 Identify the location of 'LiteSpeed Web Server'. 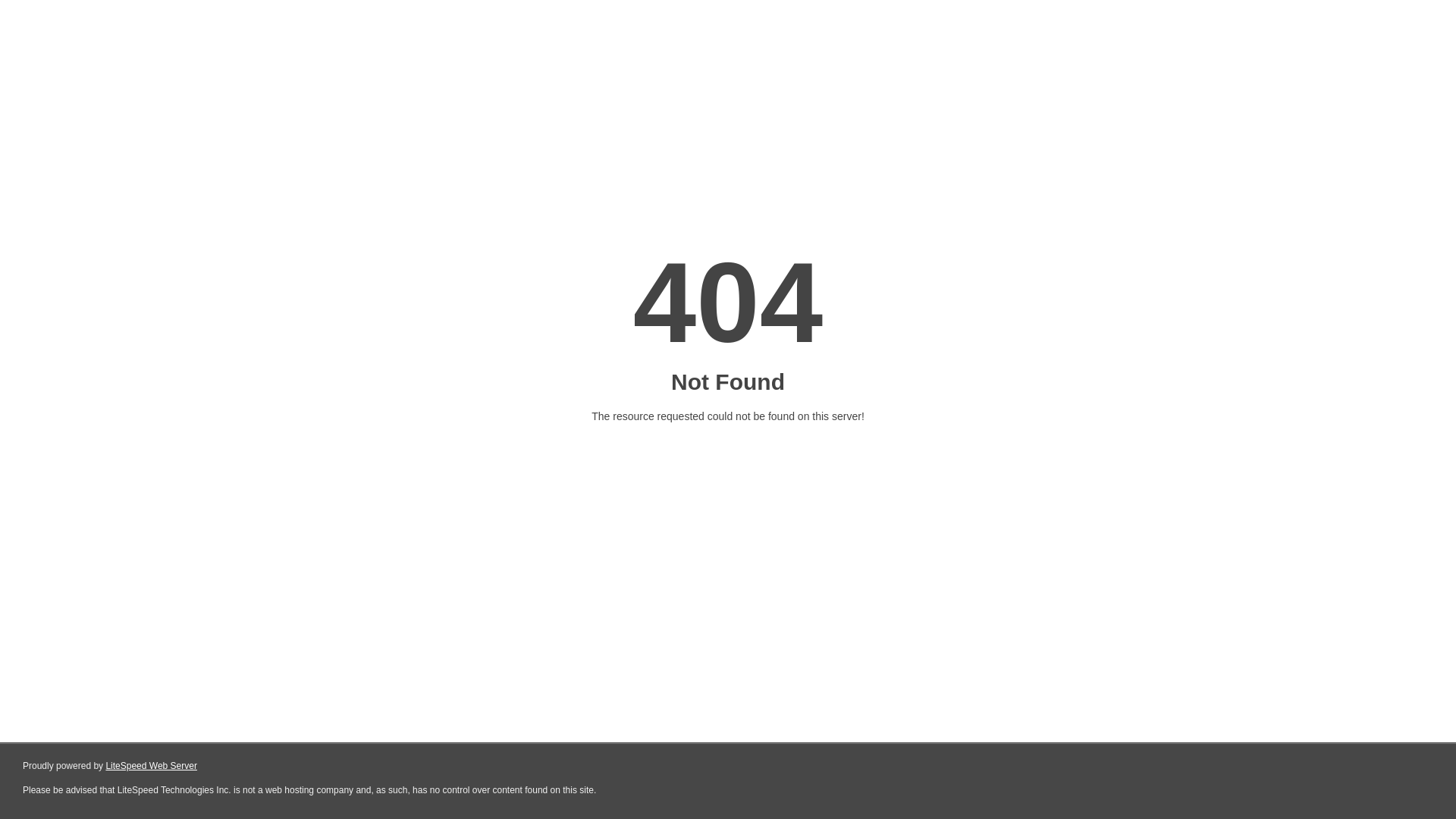
(151, 766).